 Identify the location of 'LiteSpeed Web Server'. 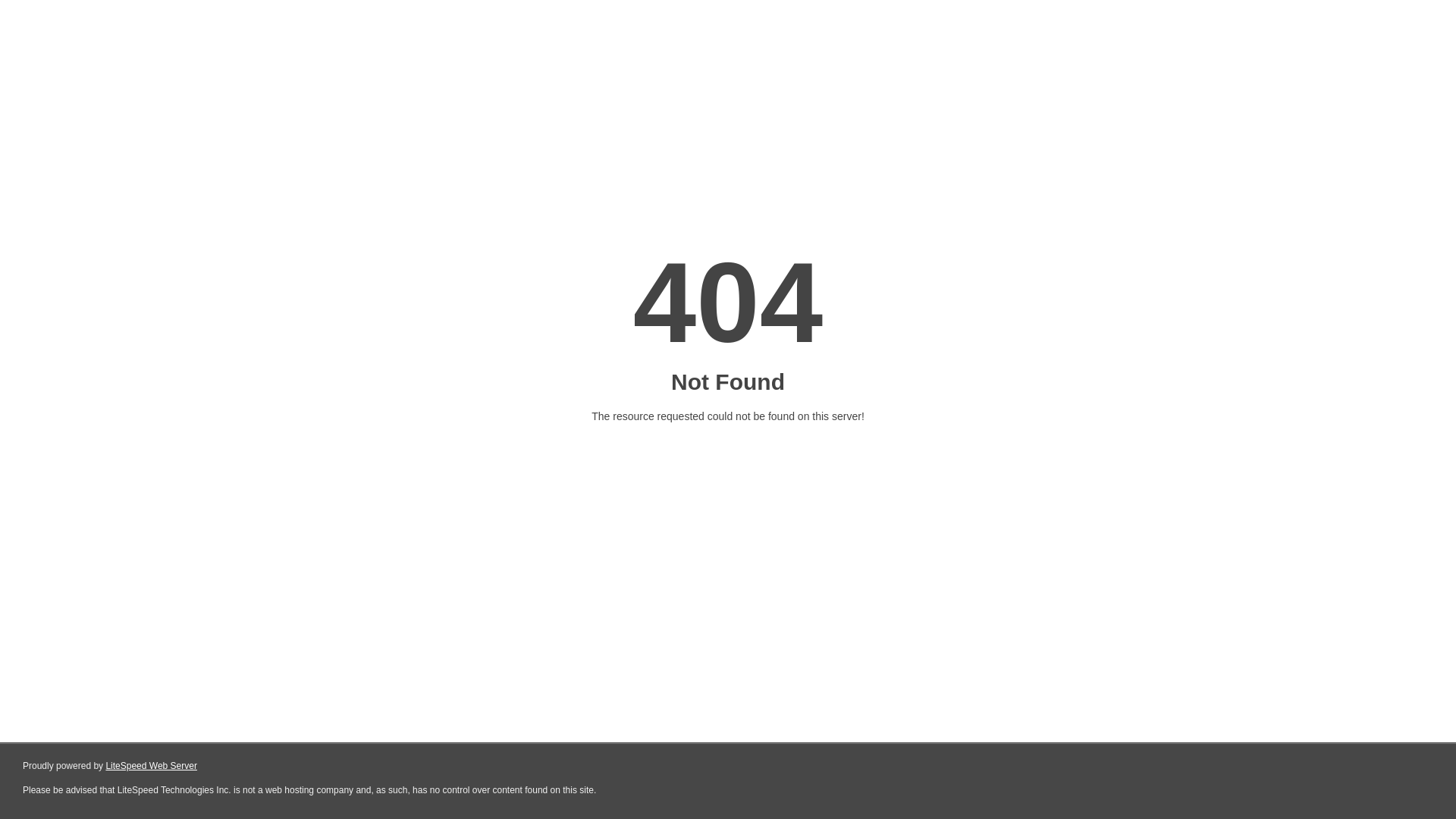
(151, 766).